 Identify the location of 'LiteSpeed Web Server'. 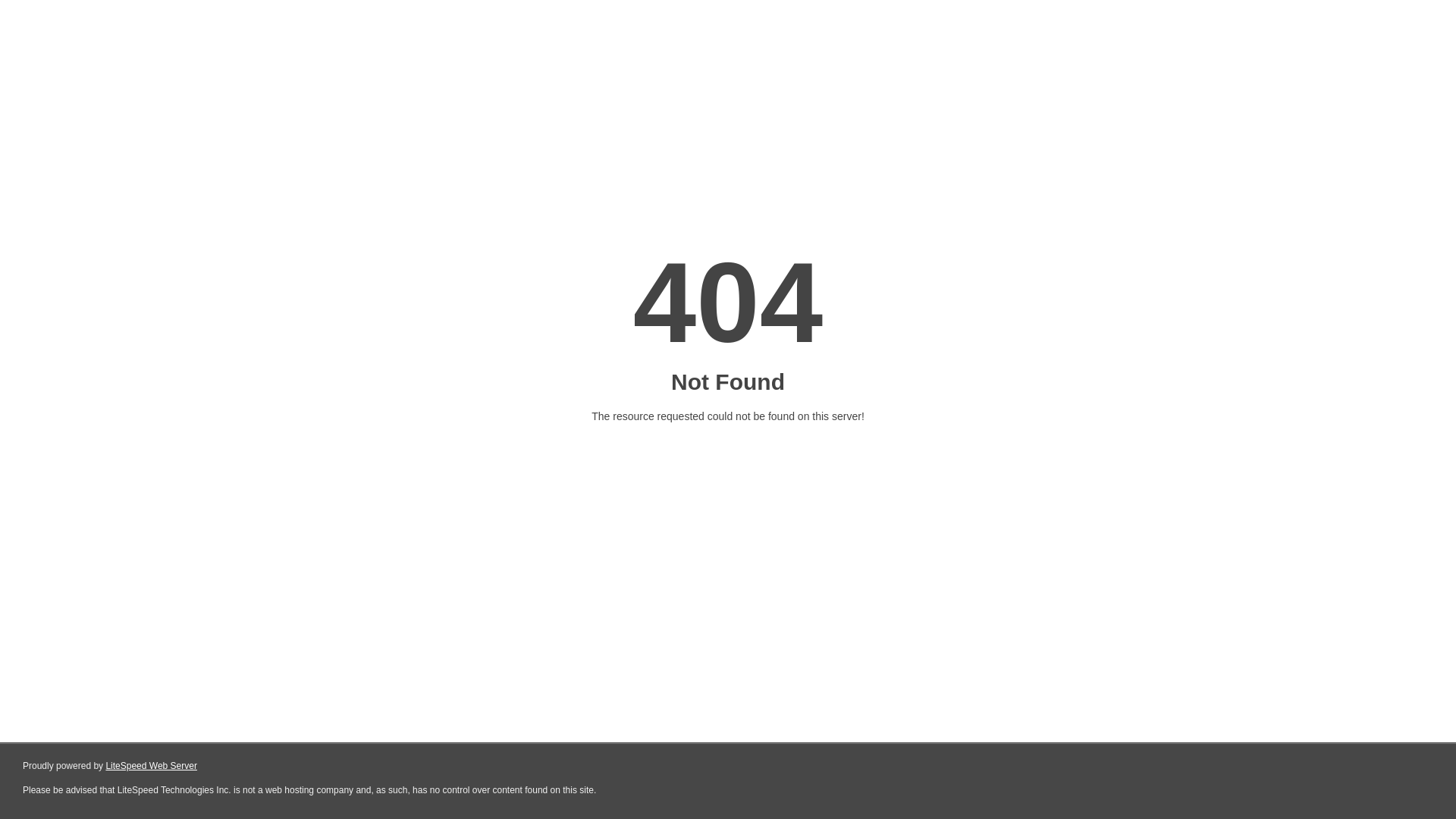
(151, 766).